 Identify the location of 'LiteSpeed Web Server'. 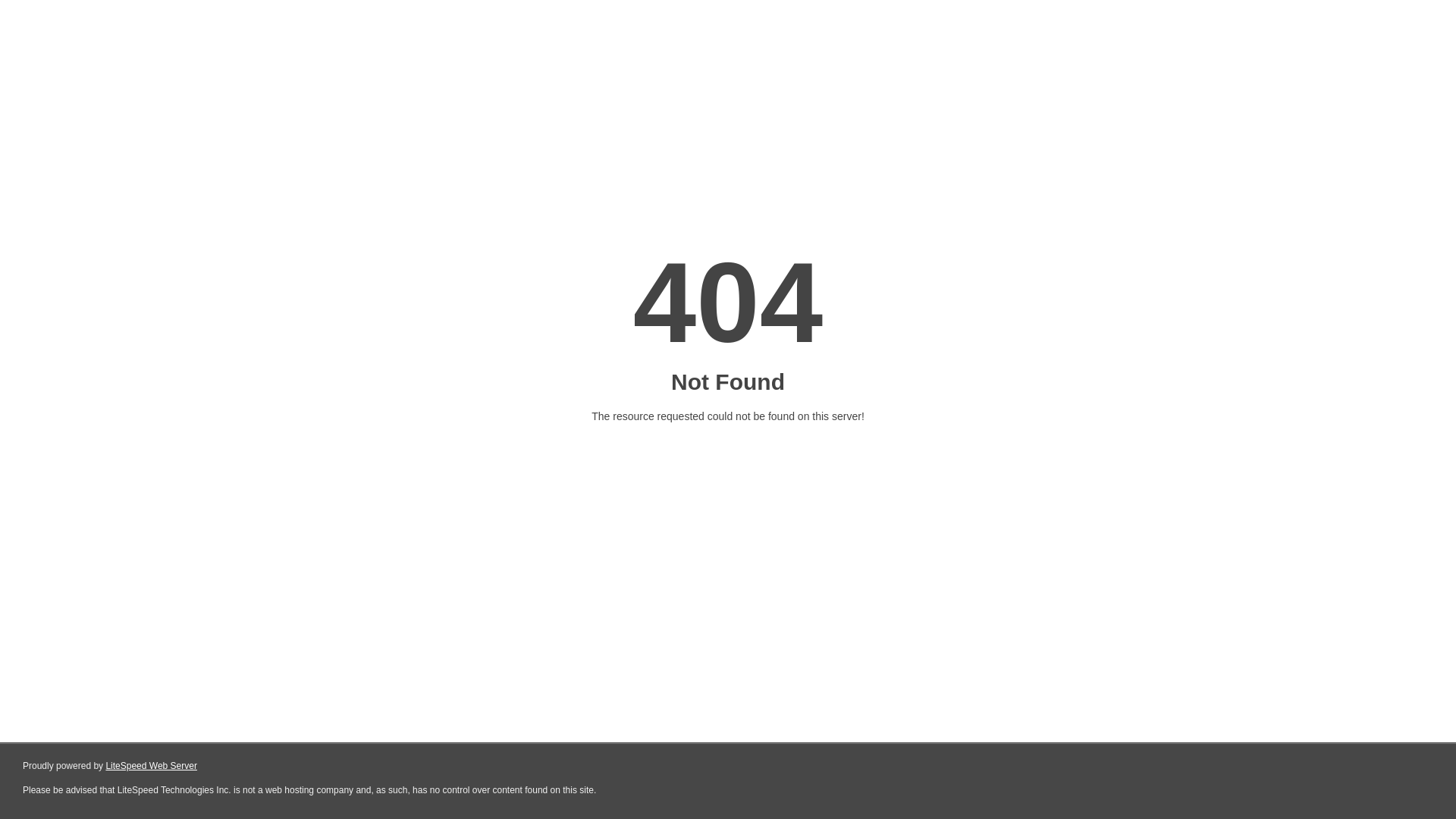
(151, 766).